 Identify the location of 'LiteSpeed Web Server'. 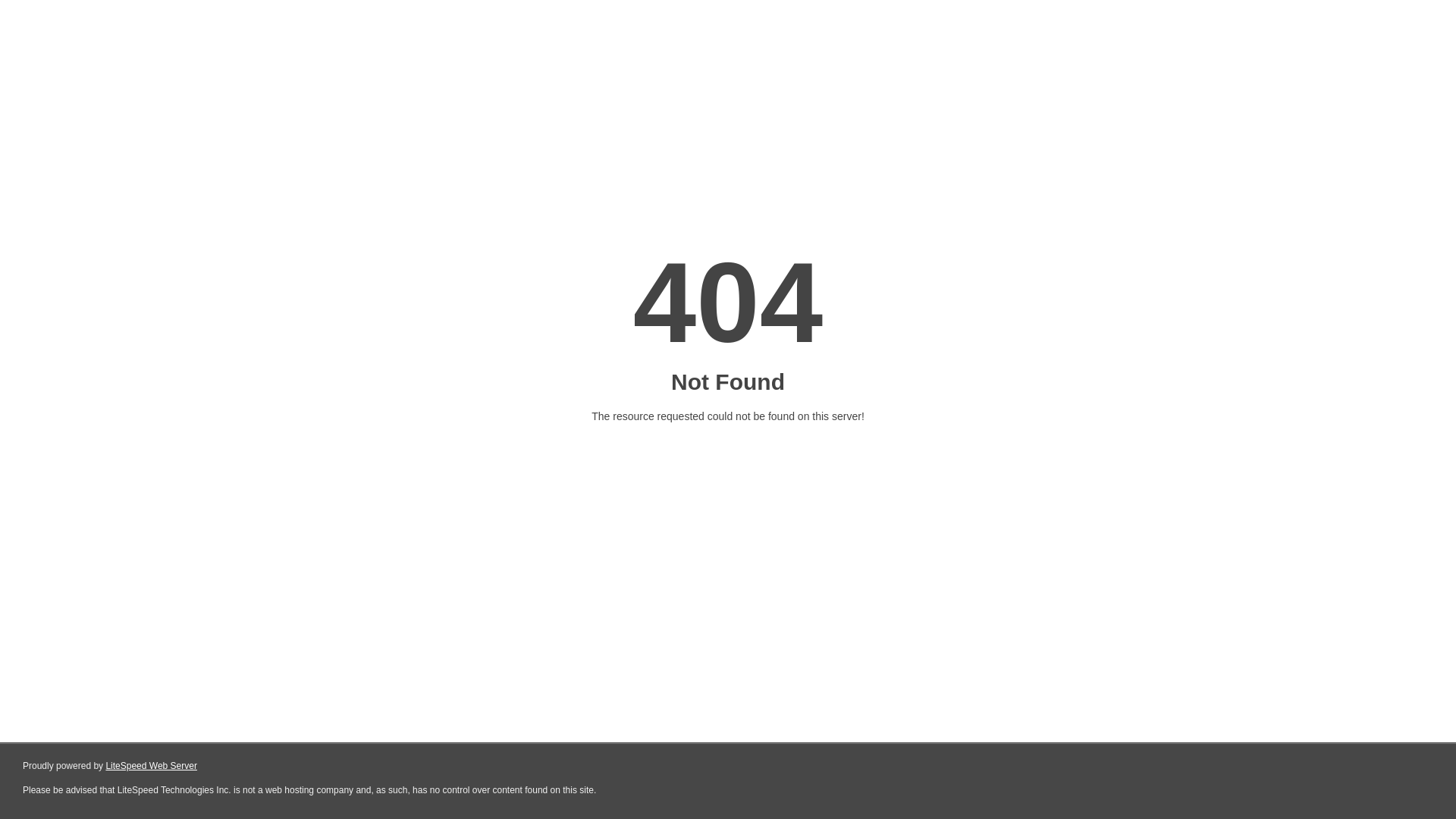
(151, 766).